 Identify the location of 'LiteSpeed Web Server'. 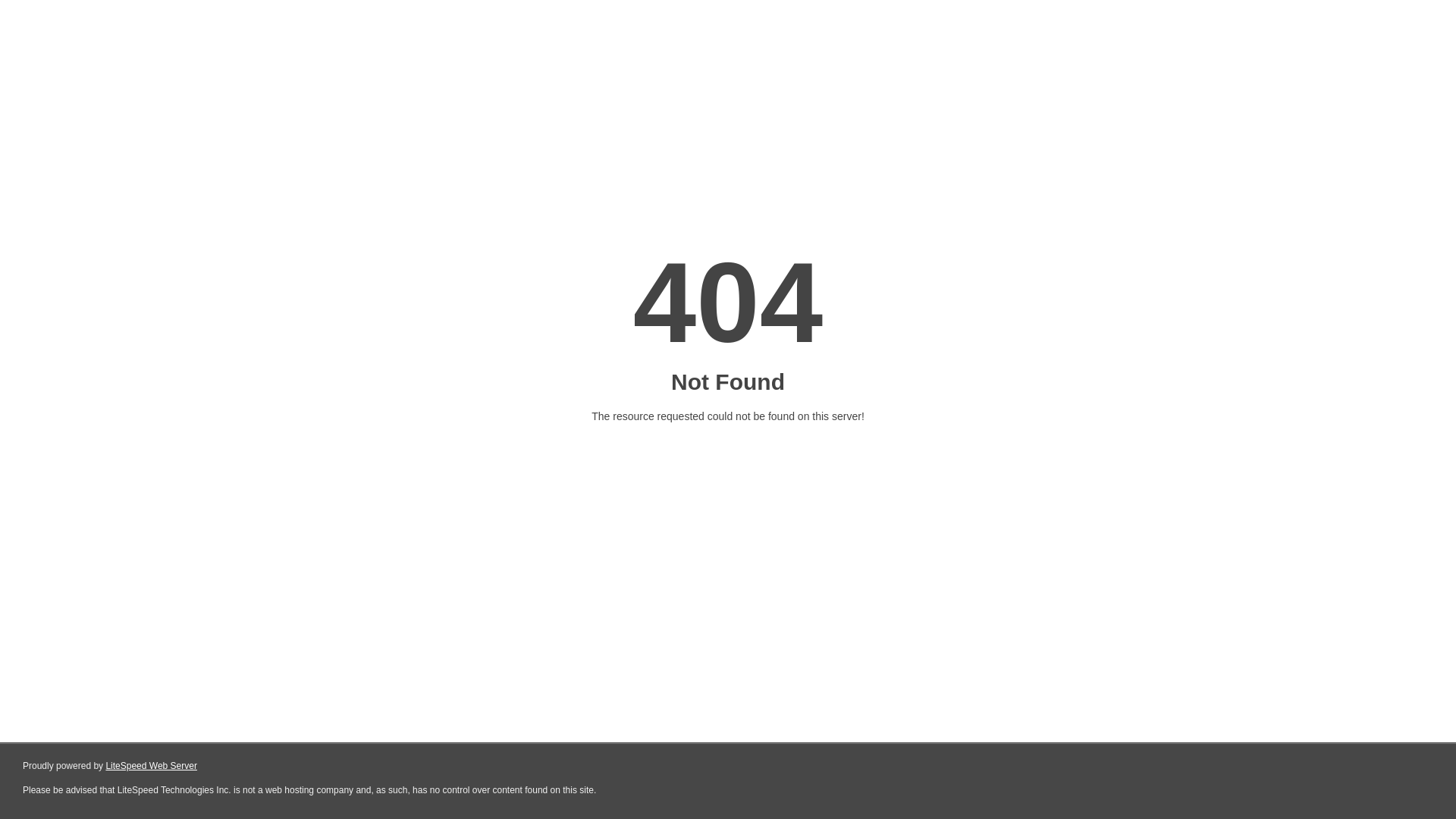
(151, 766).